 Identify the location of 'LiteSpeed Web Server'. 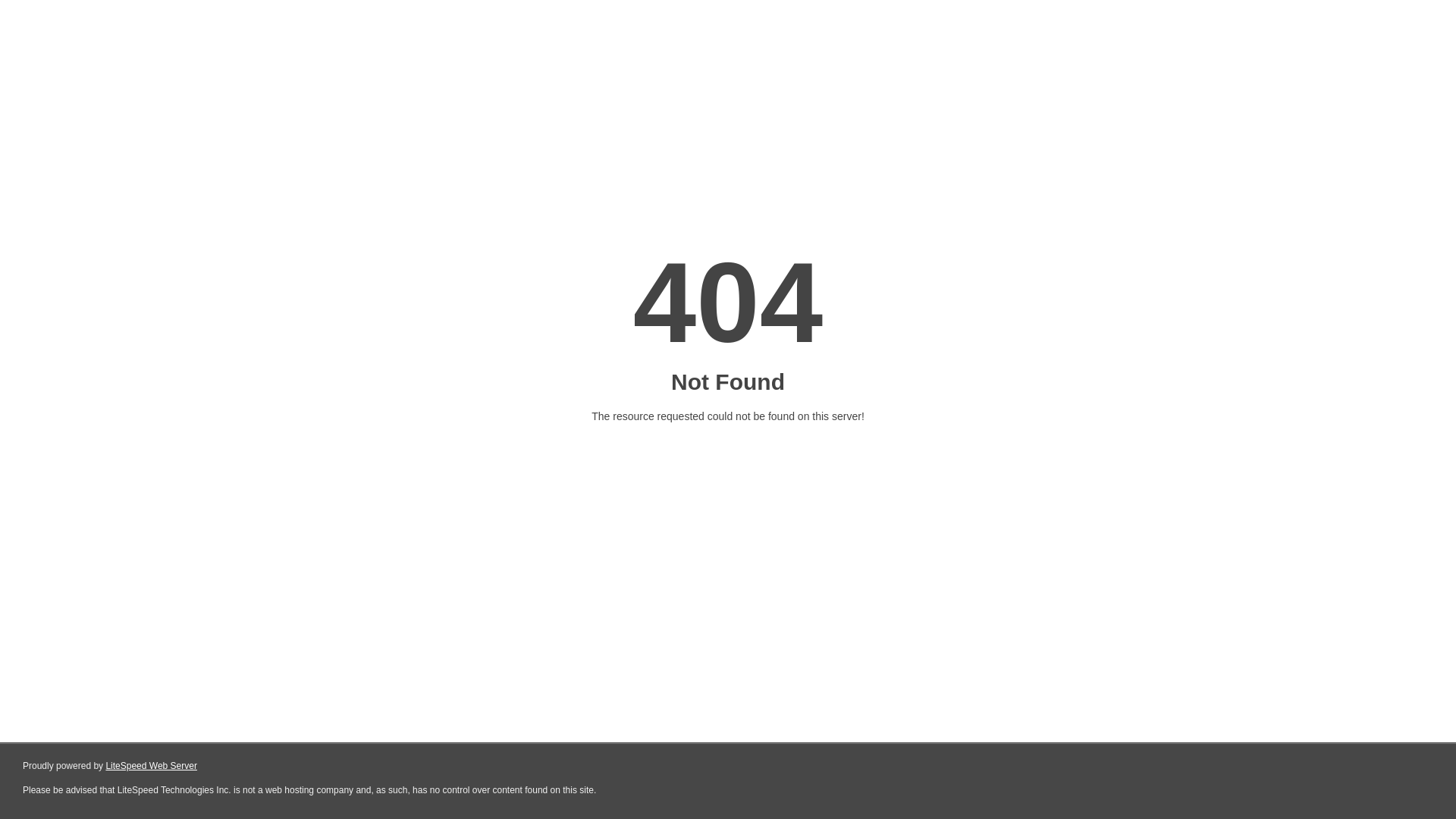
(151, 766).